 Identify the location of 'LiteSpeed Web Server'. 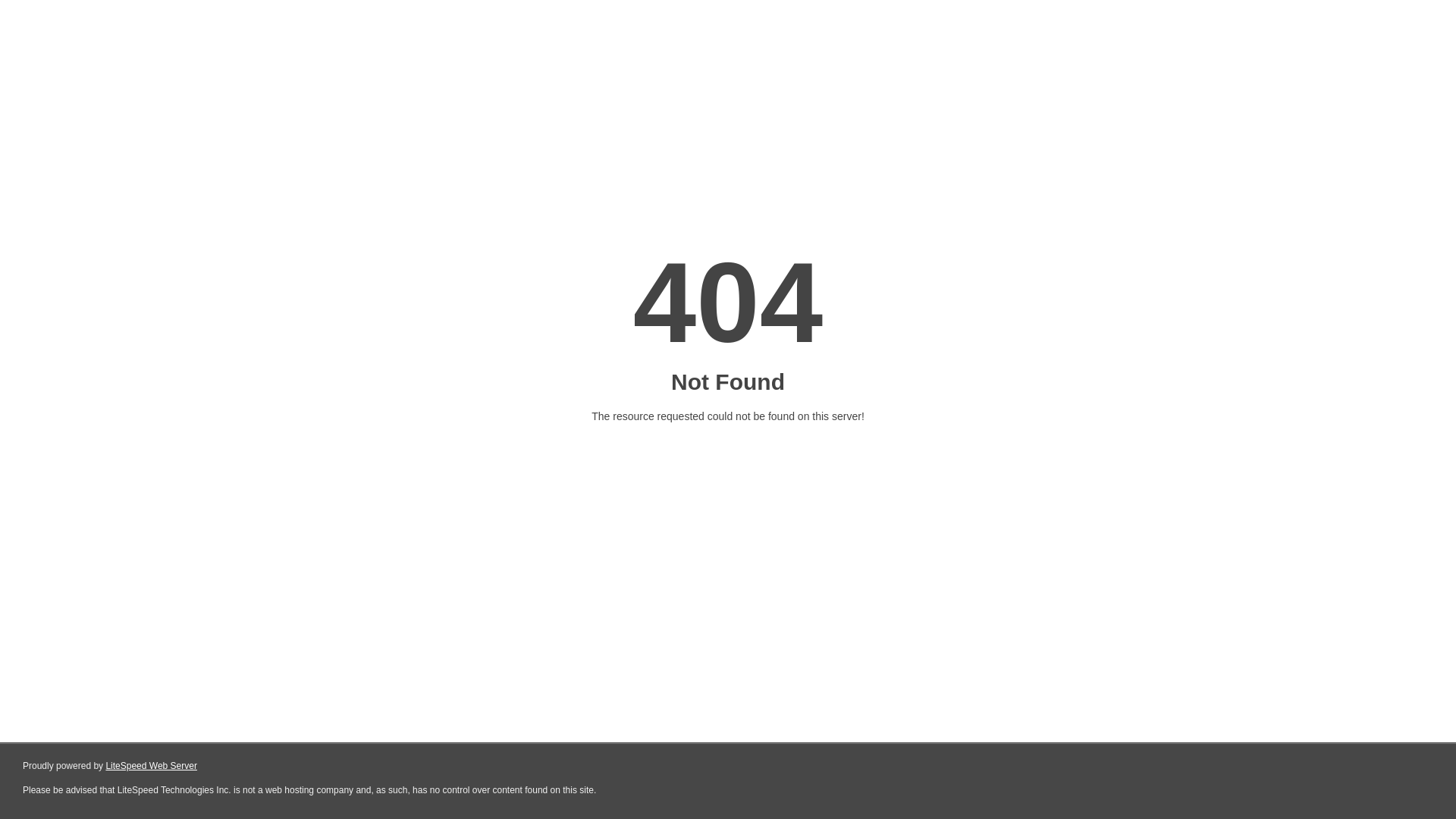
(151, 766).